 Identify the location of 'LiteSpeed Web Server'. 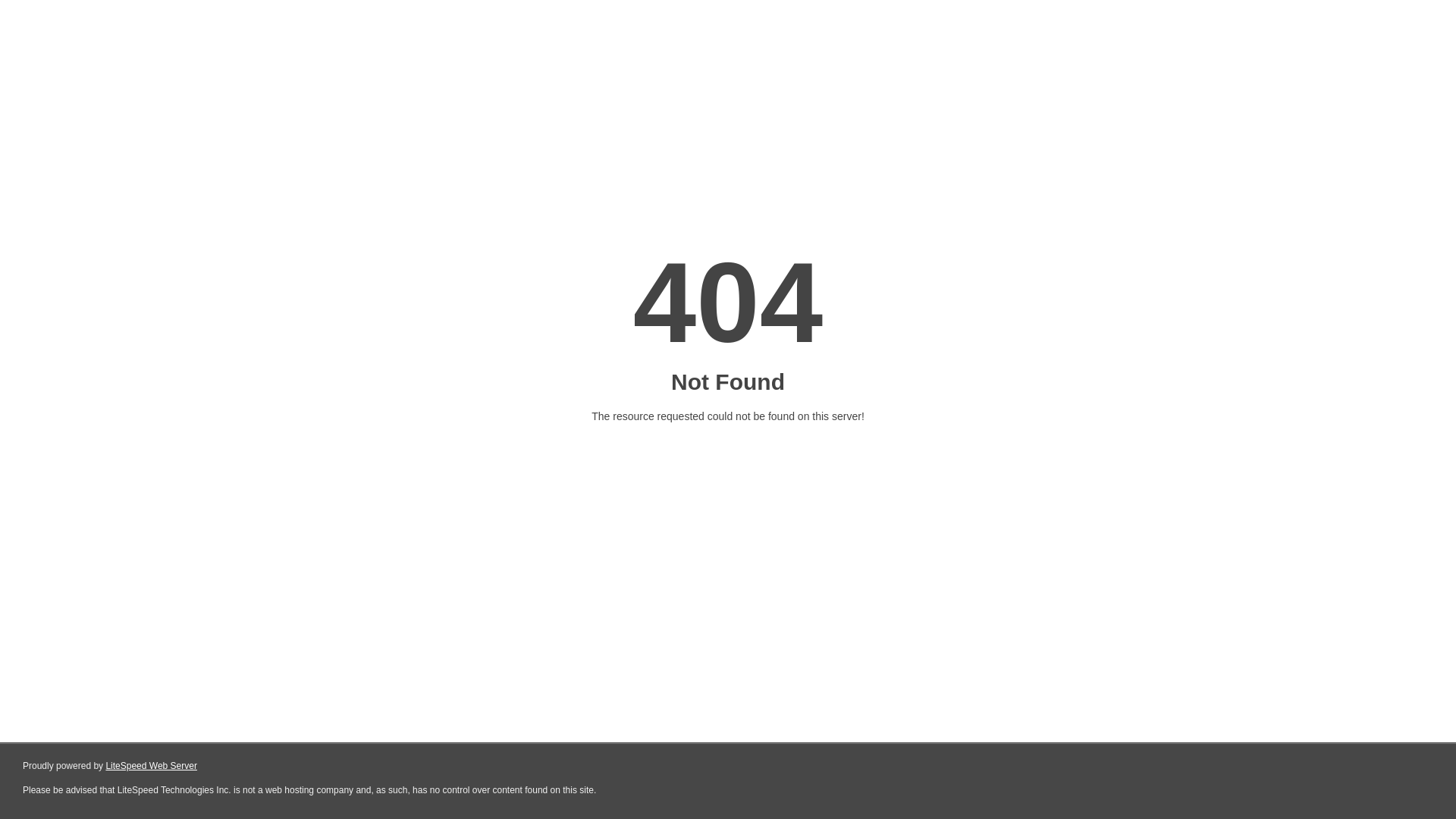
(151, 766).